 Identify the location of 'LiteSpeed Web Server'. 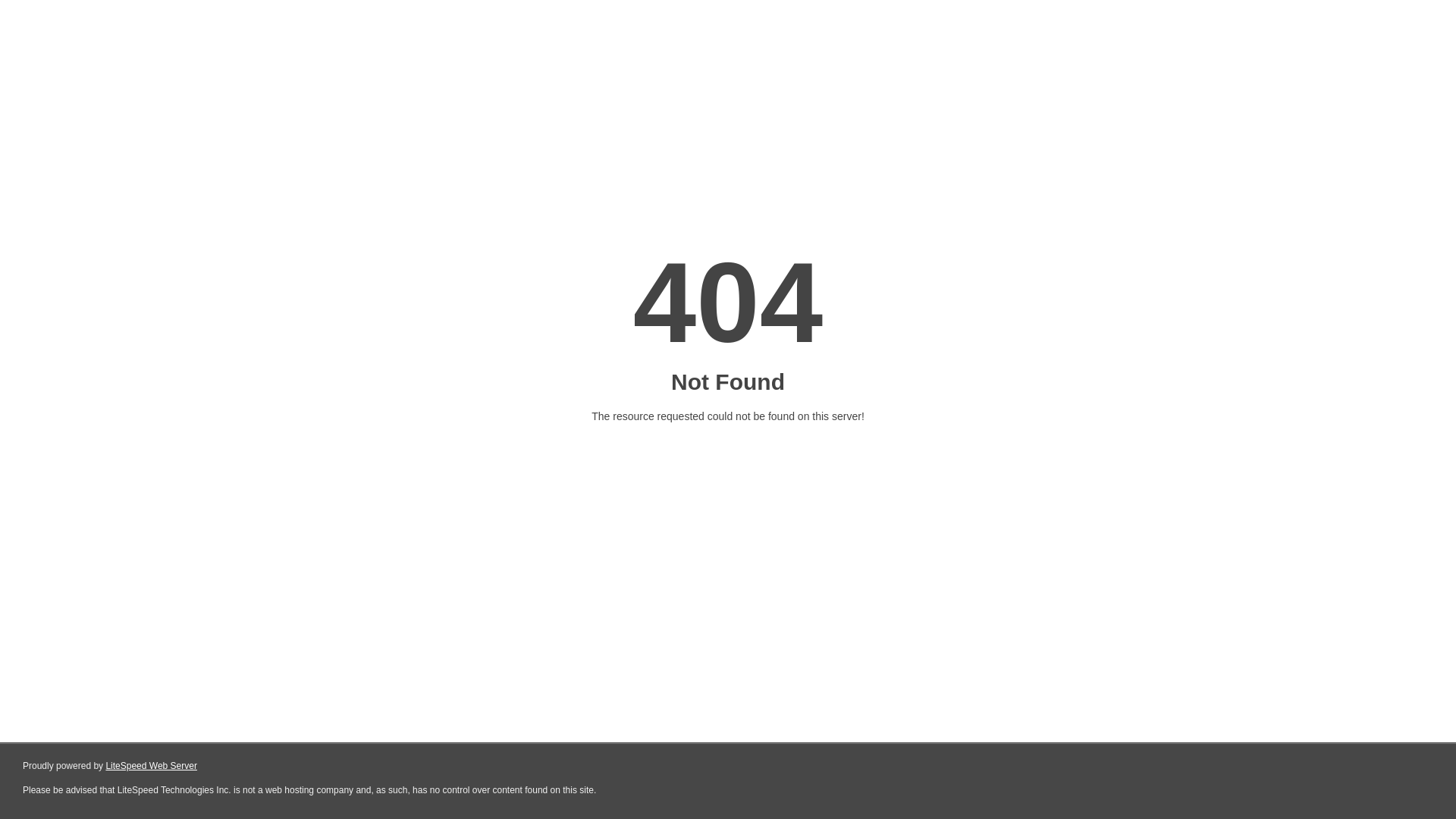
(151, 766).